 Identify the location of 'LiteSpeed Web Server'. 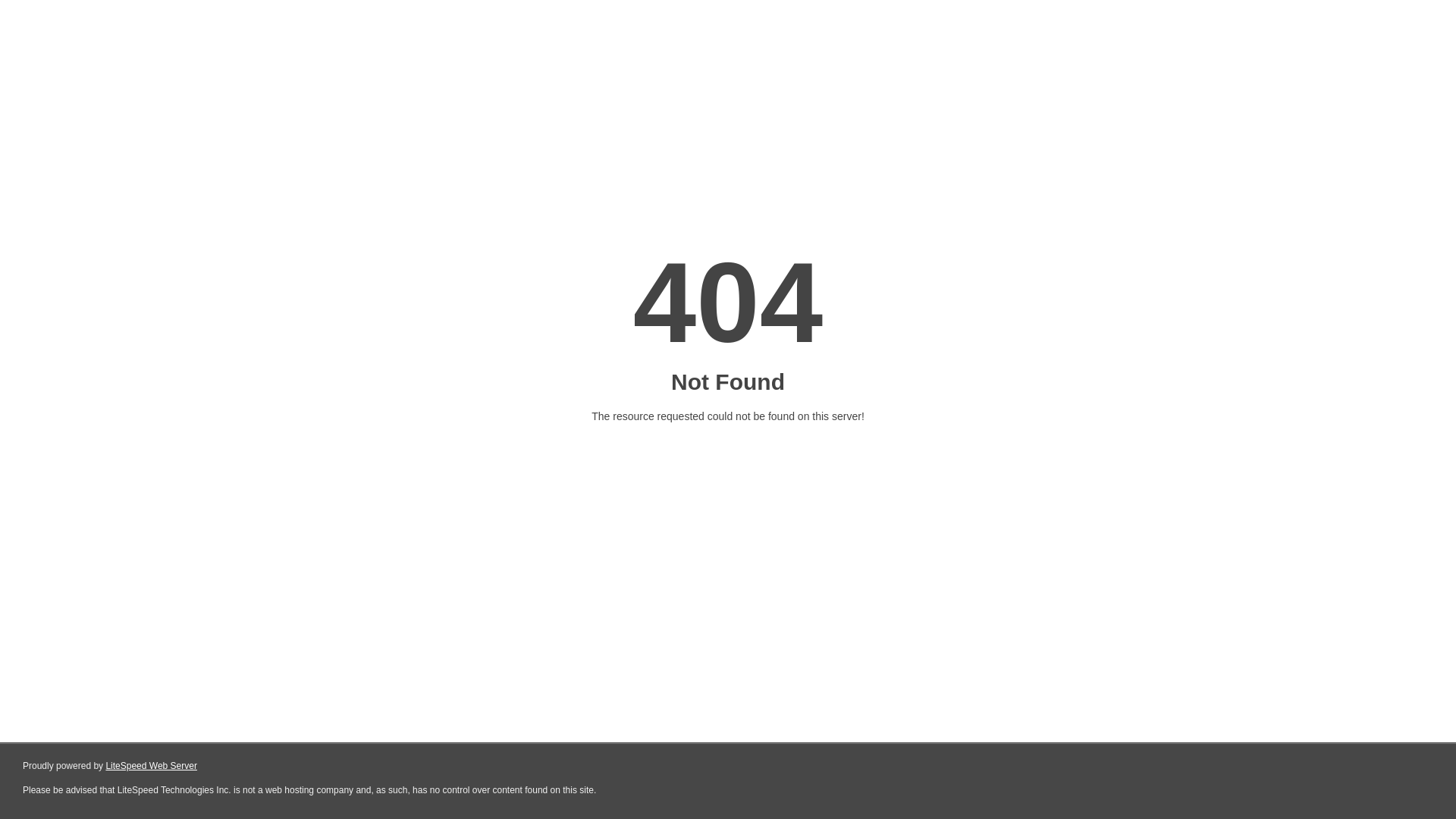
(151, 766).